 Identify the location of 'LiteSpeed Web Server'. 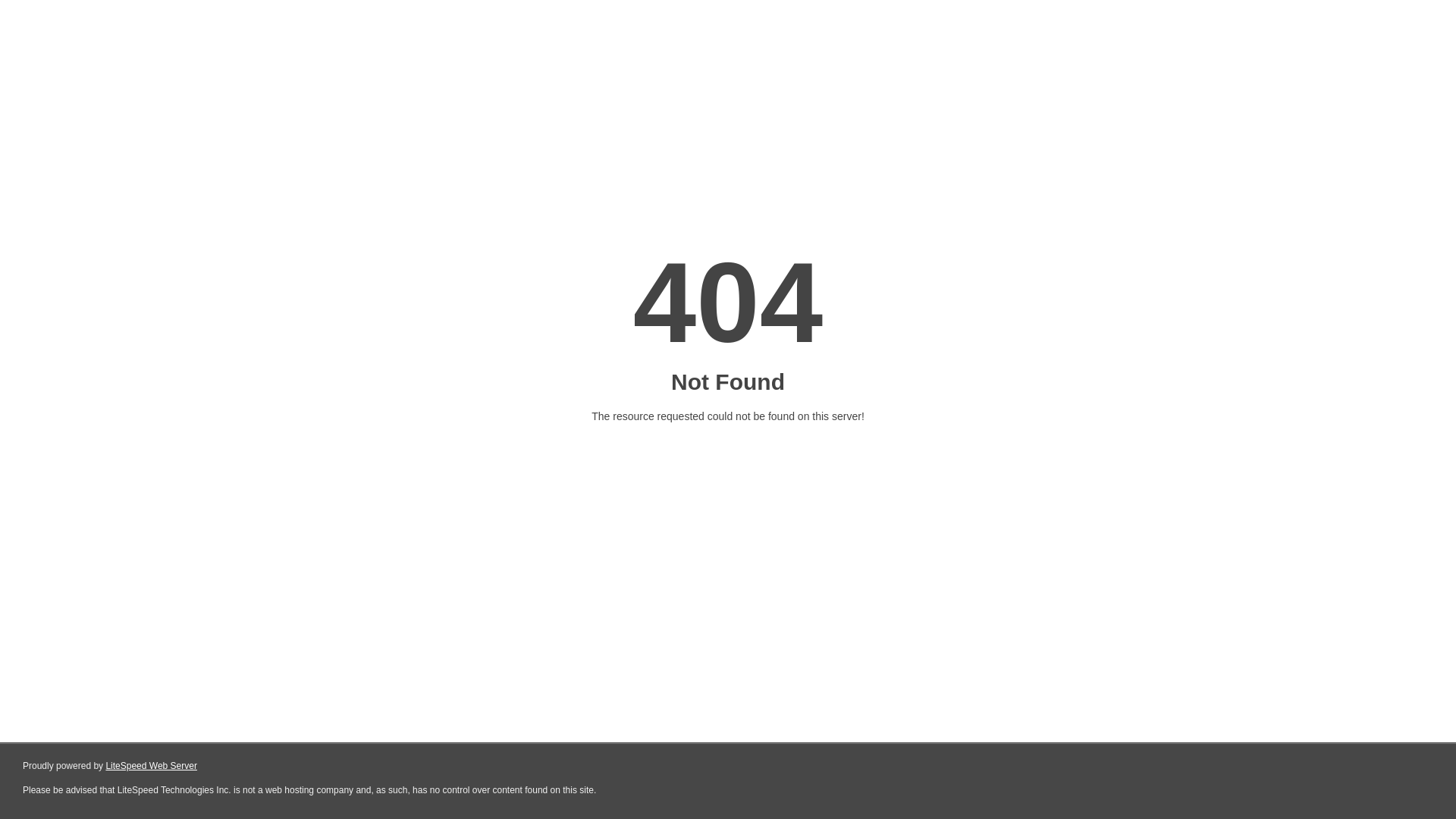
(151, 766).